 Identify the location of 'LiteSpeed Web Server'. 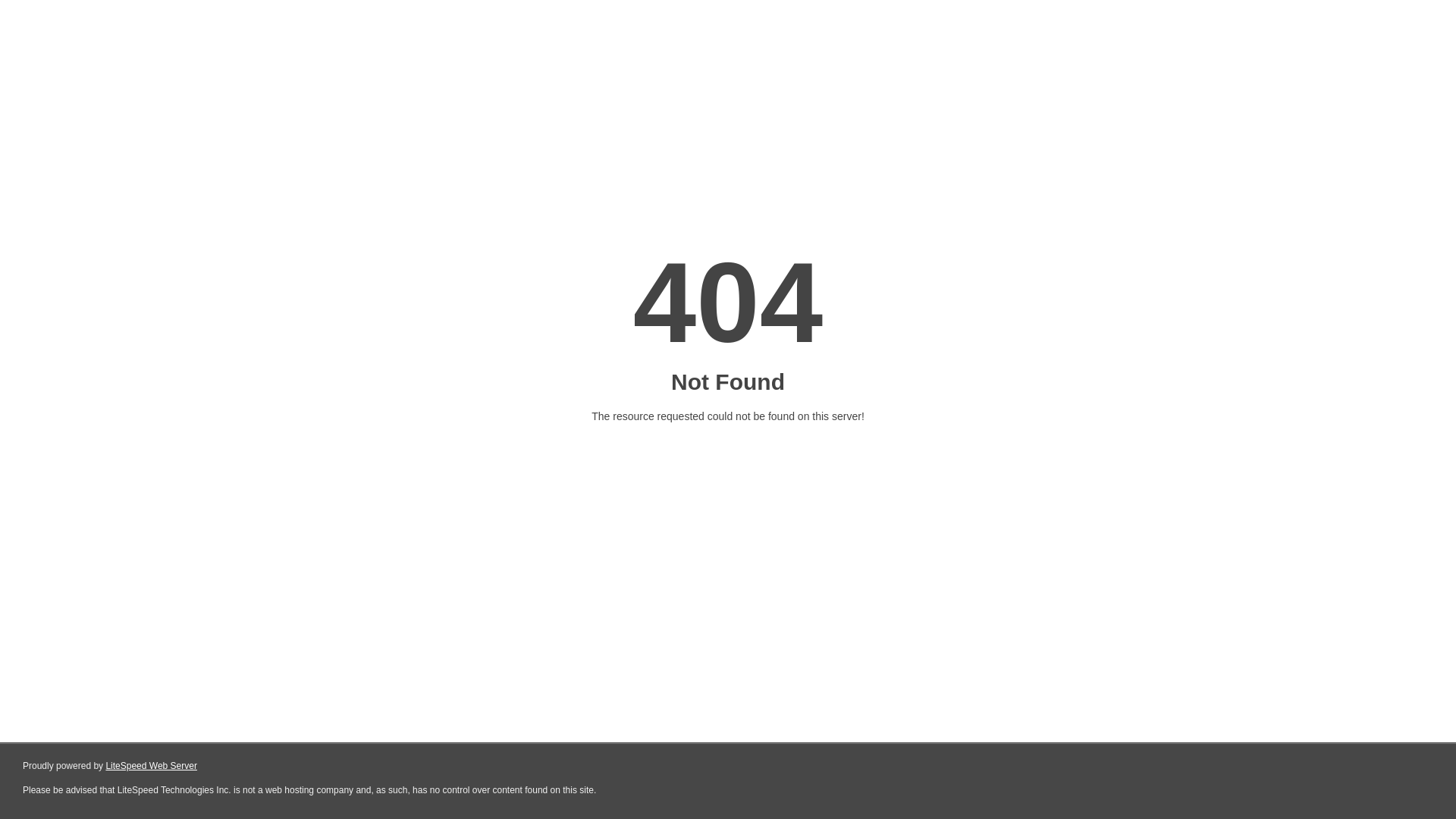
(151, 766).